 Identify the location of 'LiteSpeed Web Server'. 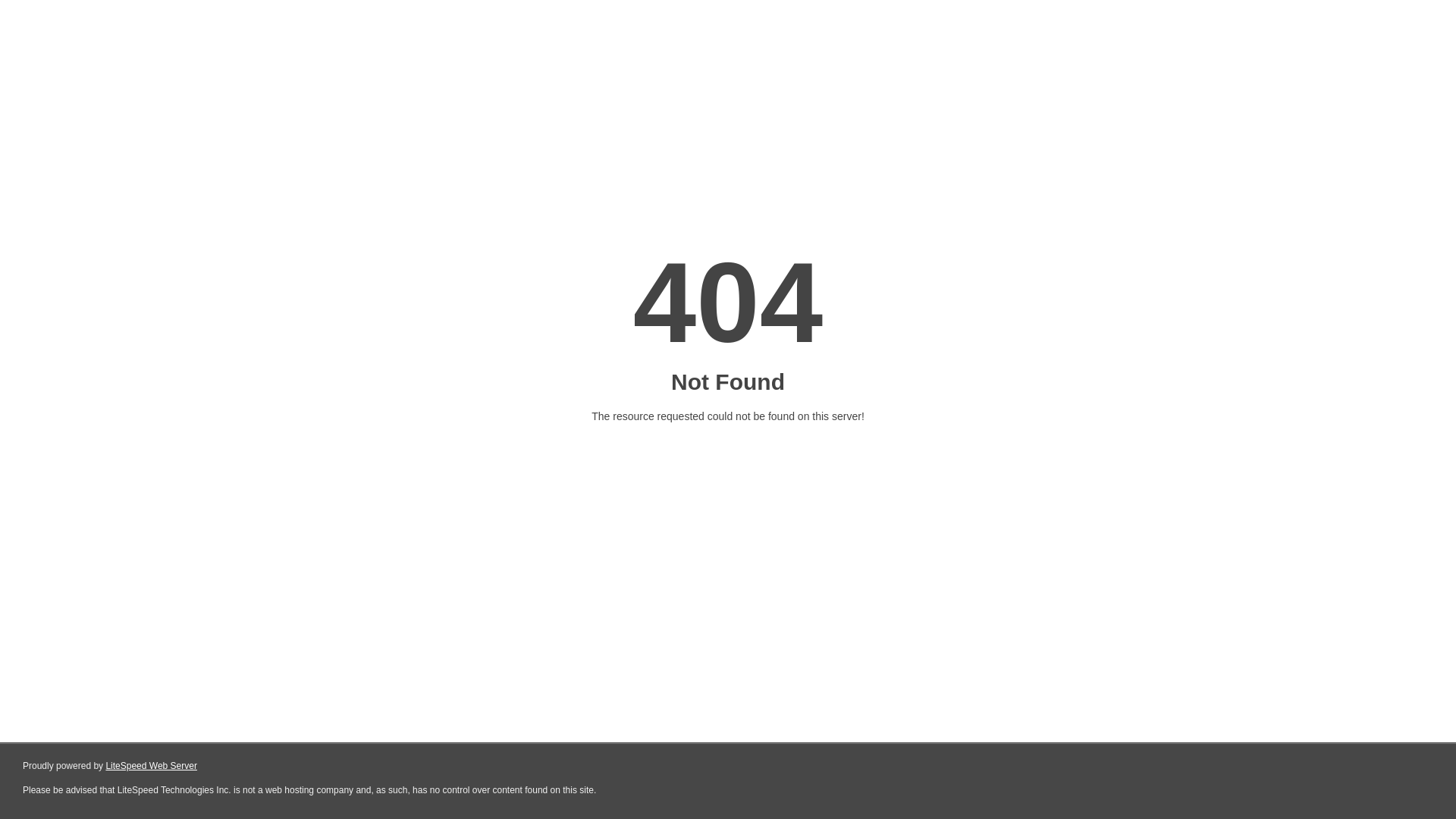
(151, 766).